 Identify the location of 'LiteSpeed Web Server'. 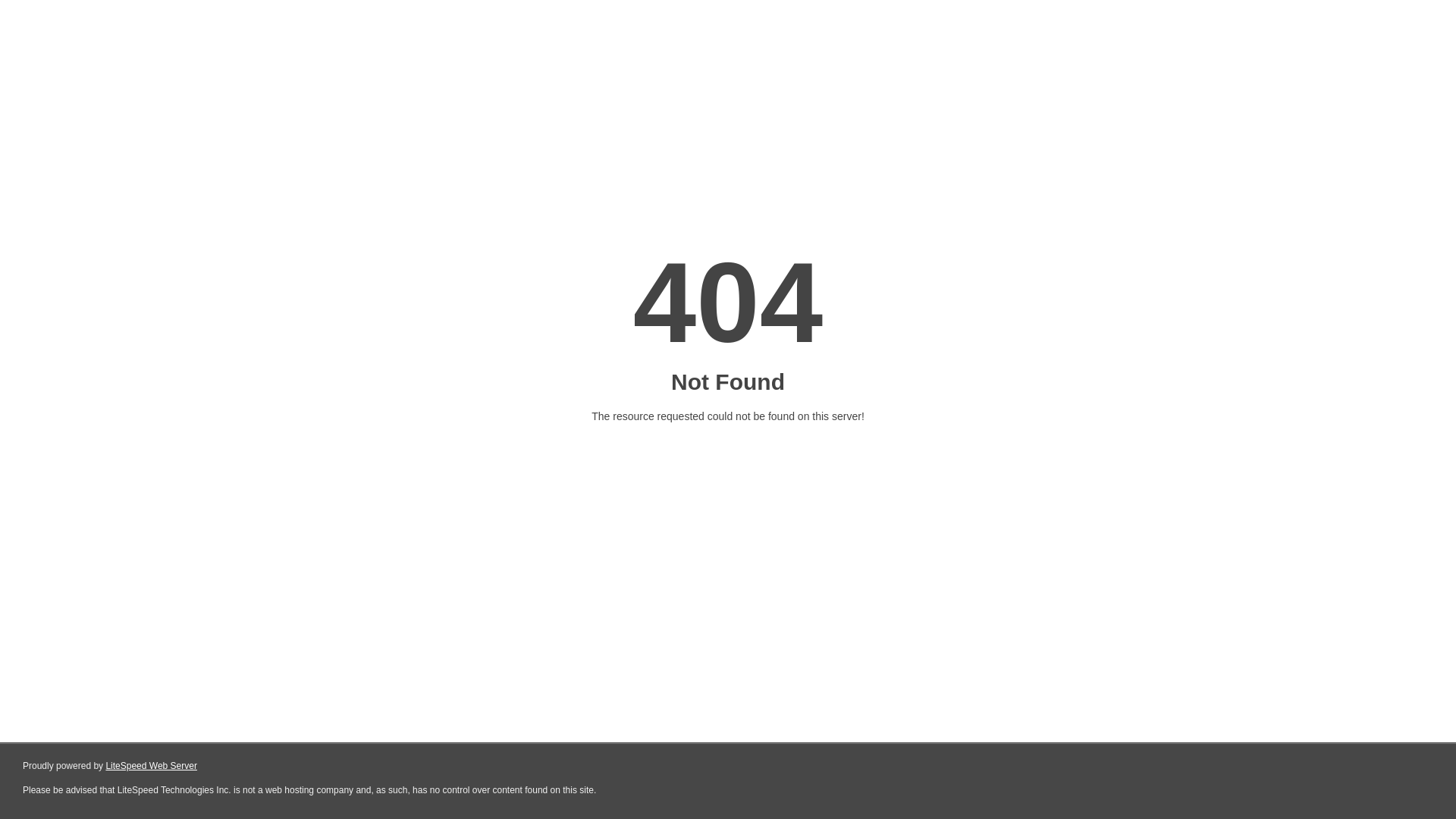
(151, 766).